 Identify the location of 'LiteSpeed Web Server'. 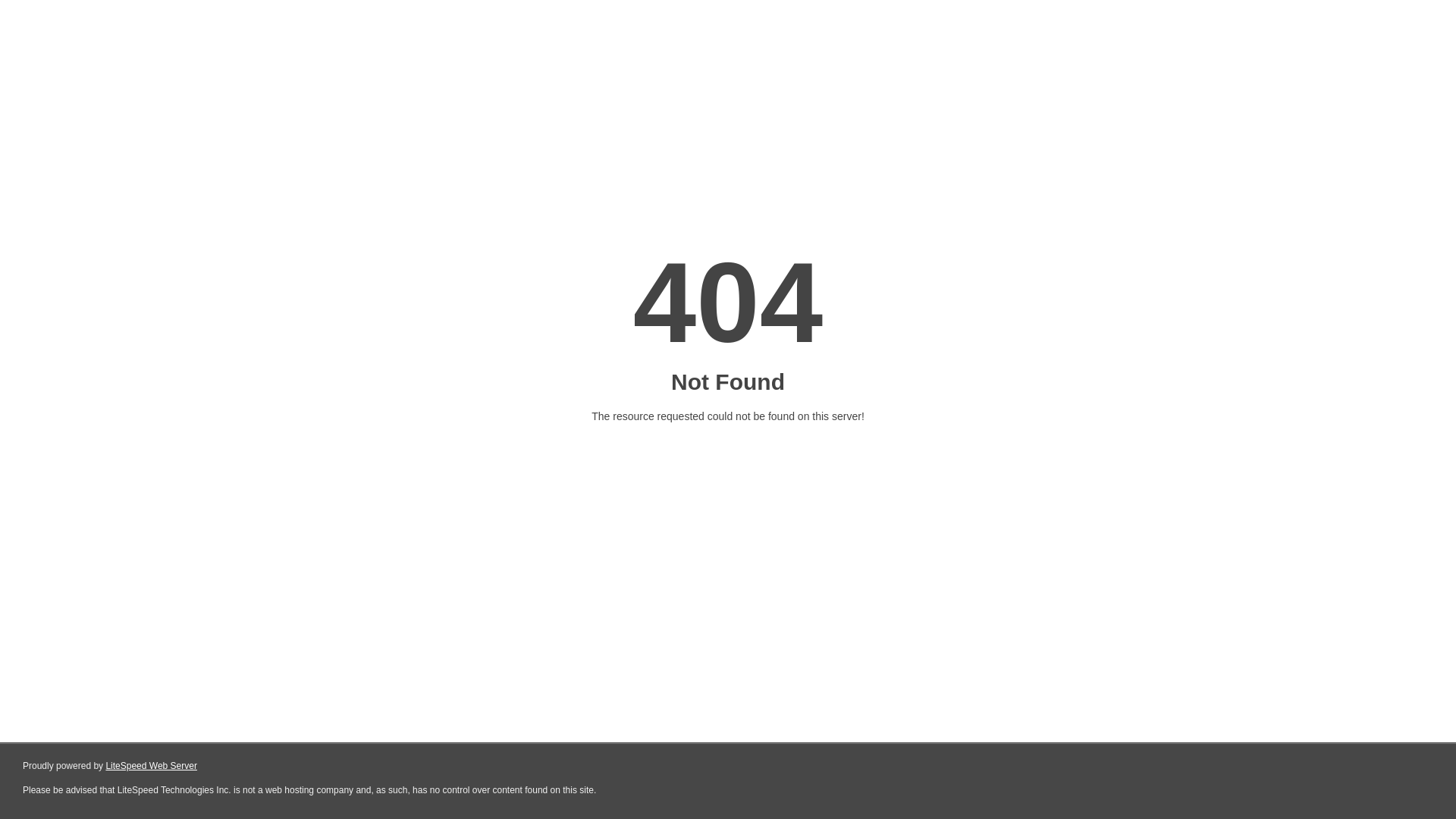
(151, 766).